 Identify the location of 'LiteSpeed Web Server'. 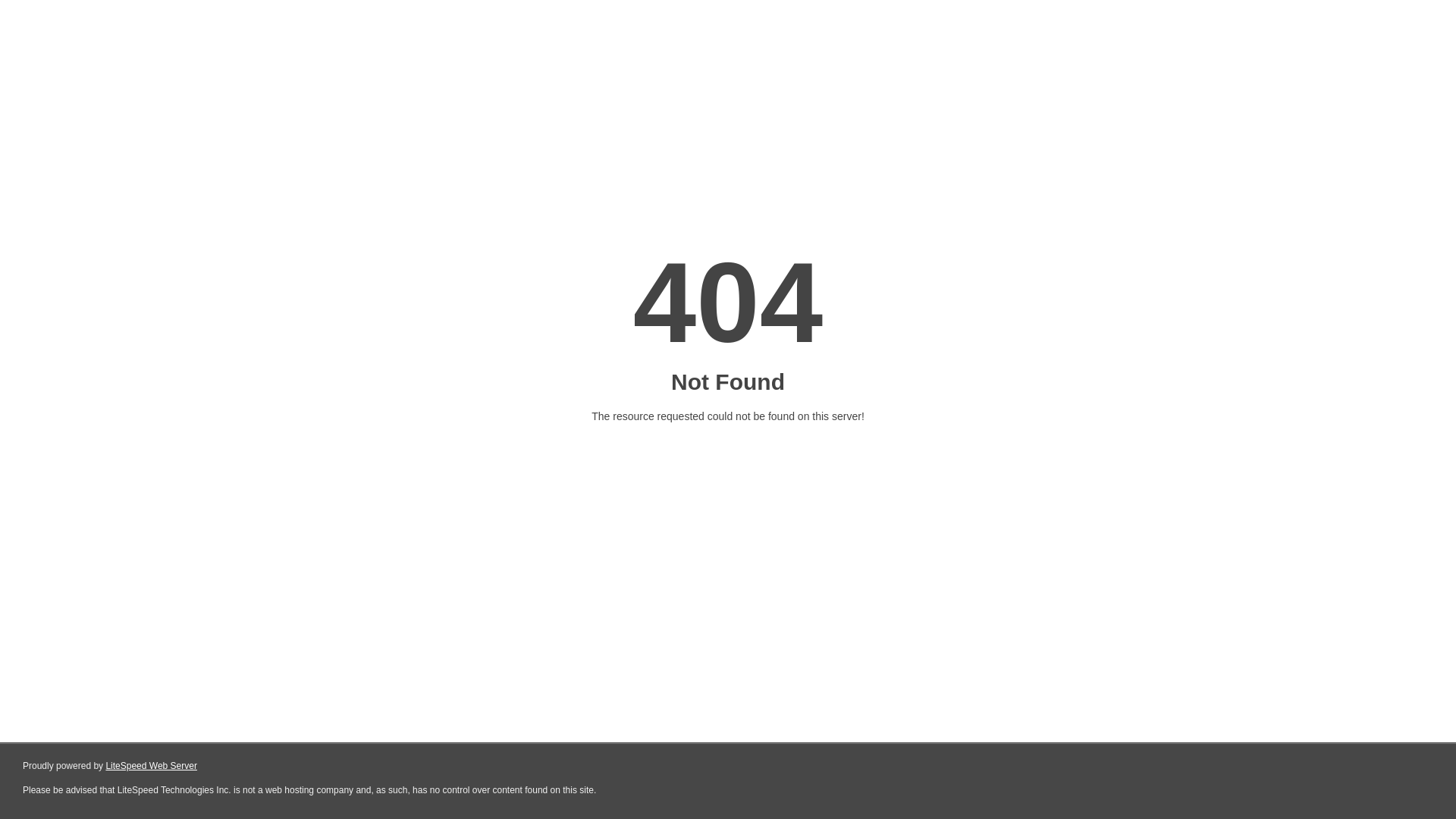
(151, 766).